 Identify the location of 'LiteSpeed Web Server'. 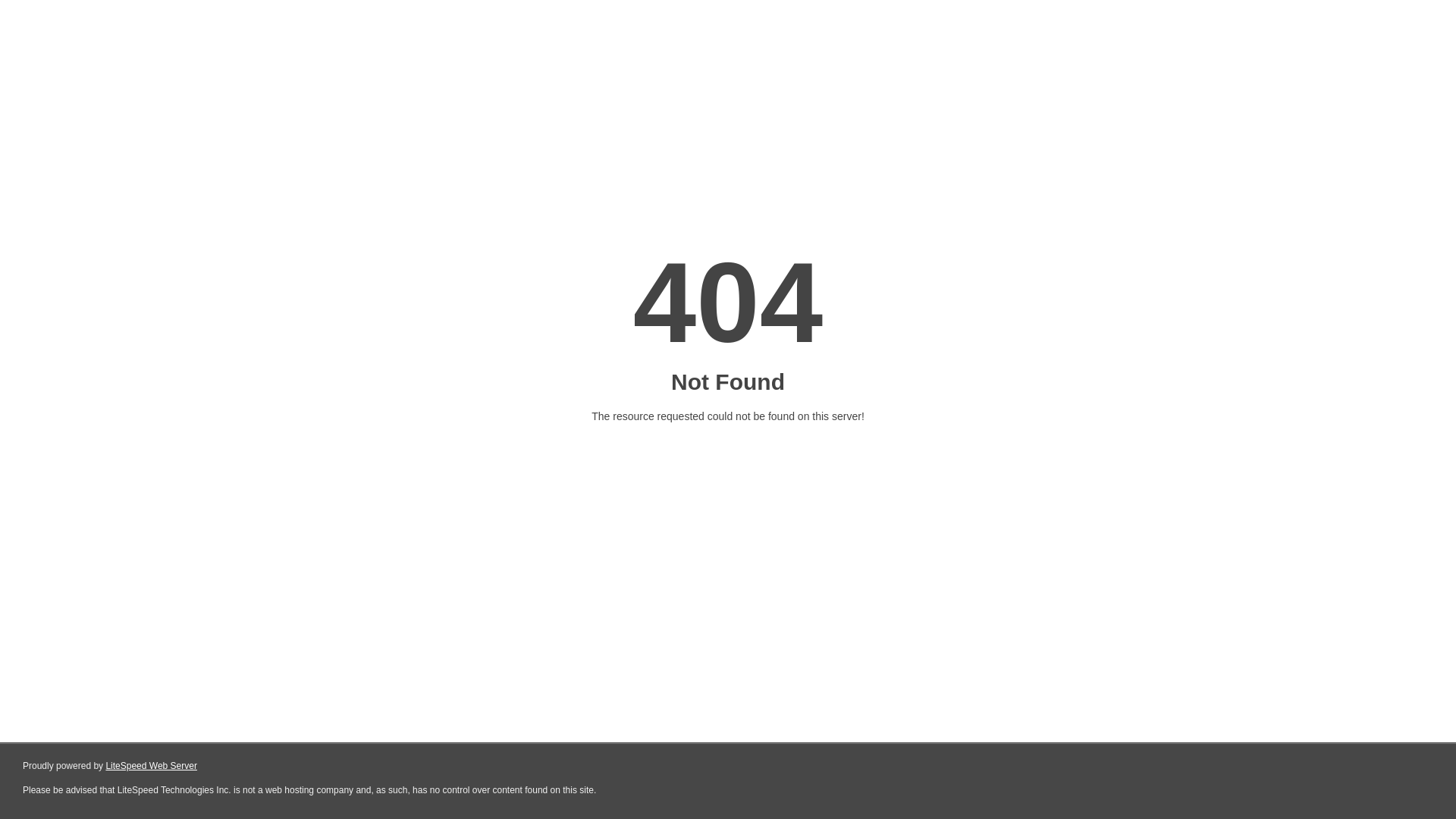
(151, 766).